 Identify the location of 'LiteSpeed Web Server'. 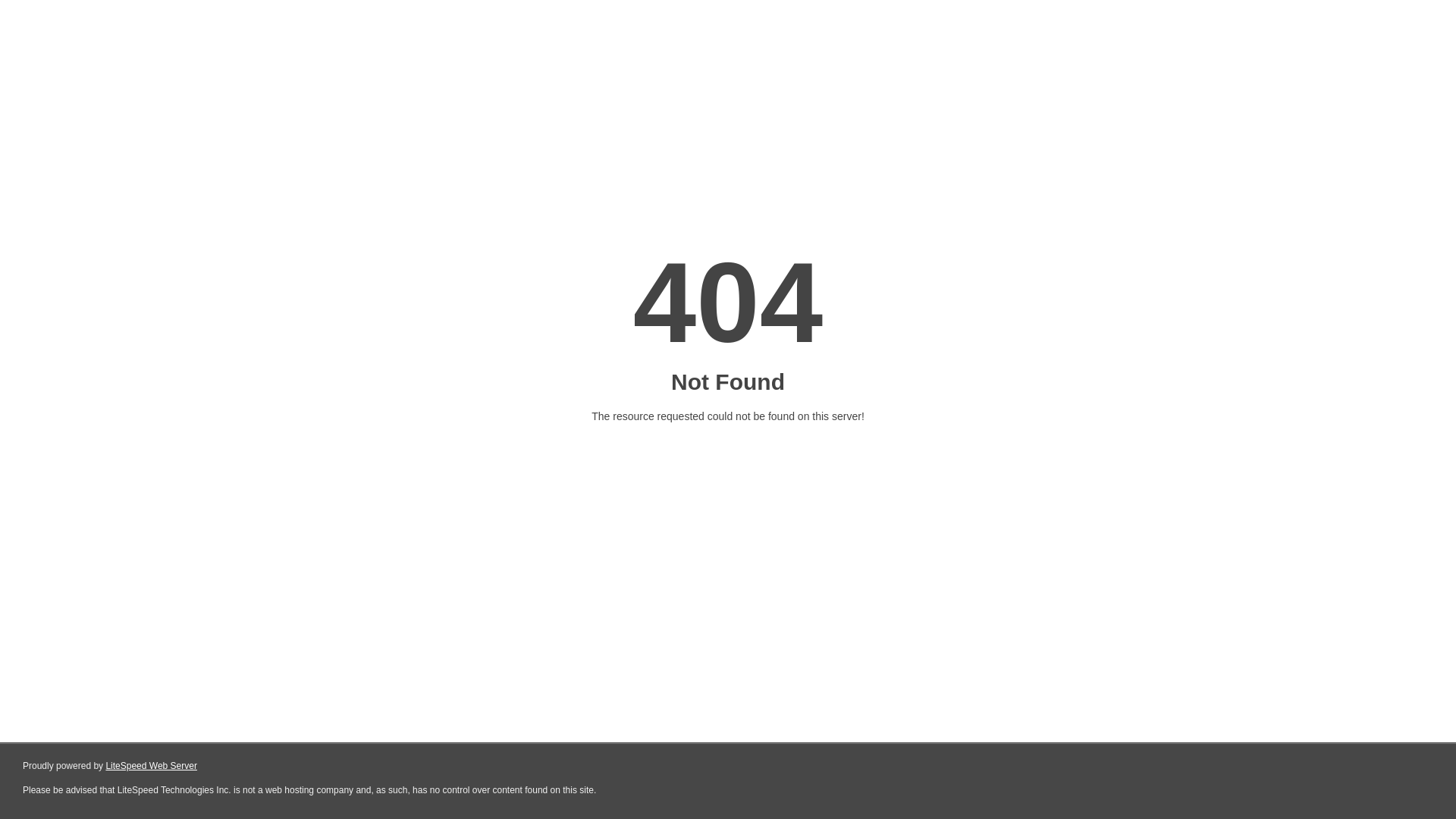
(151, 766).